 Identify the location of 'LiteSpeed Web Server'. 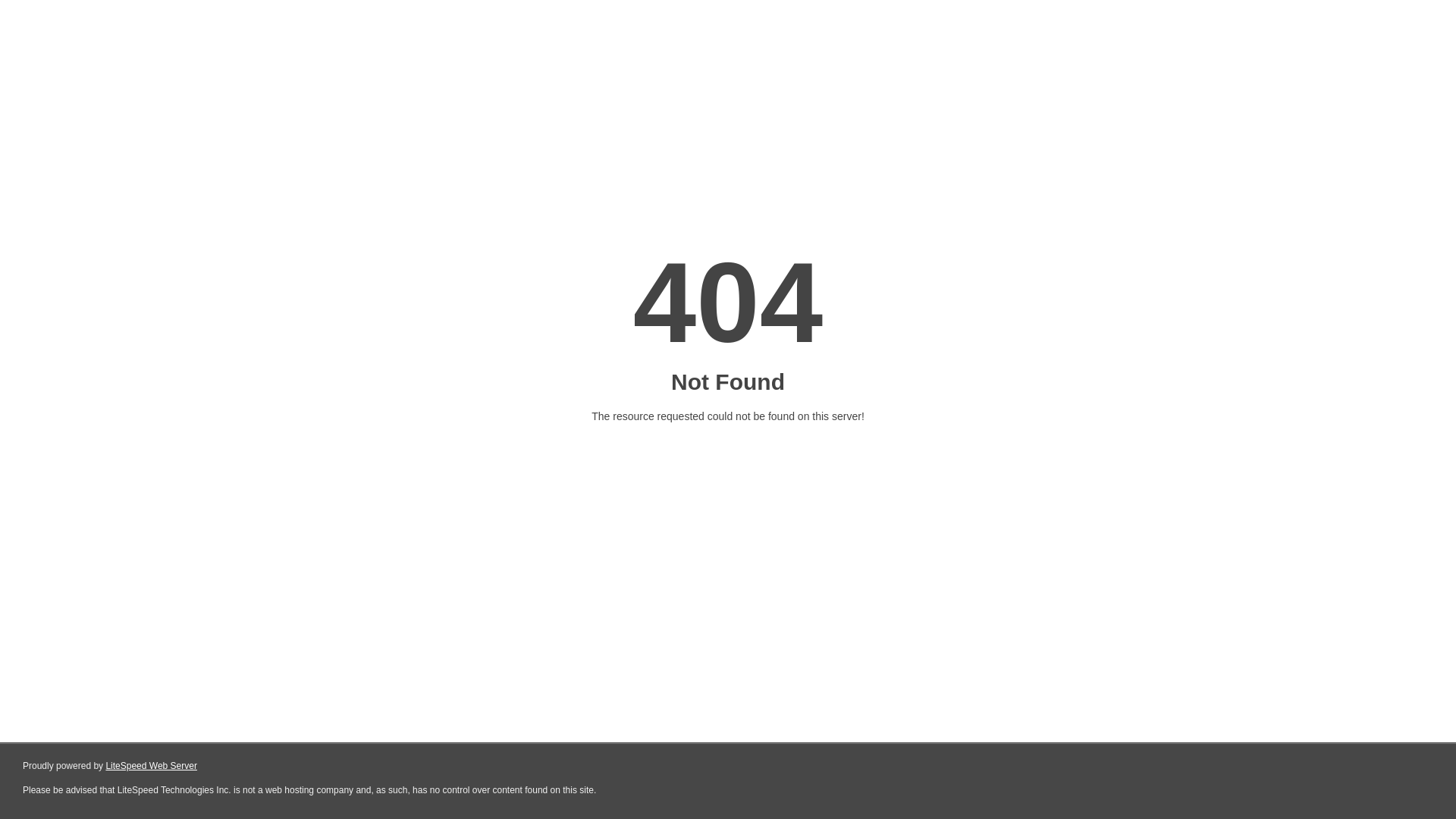
(151, 766).